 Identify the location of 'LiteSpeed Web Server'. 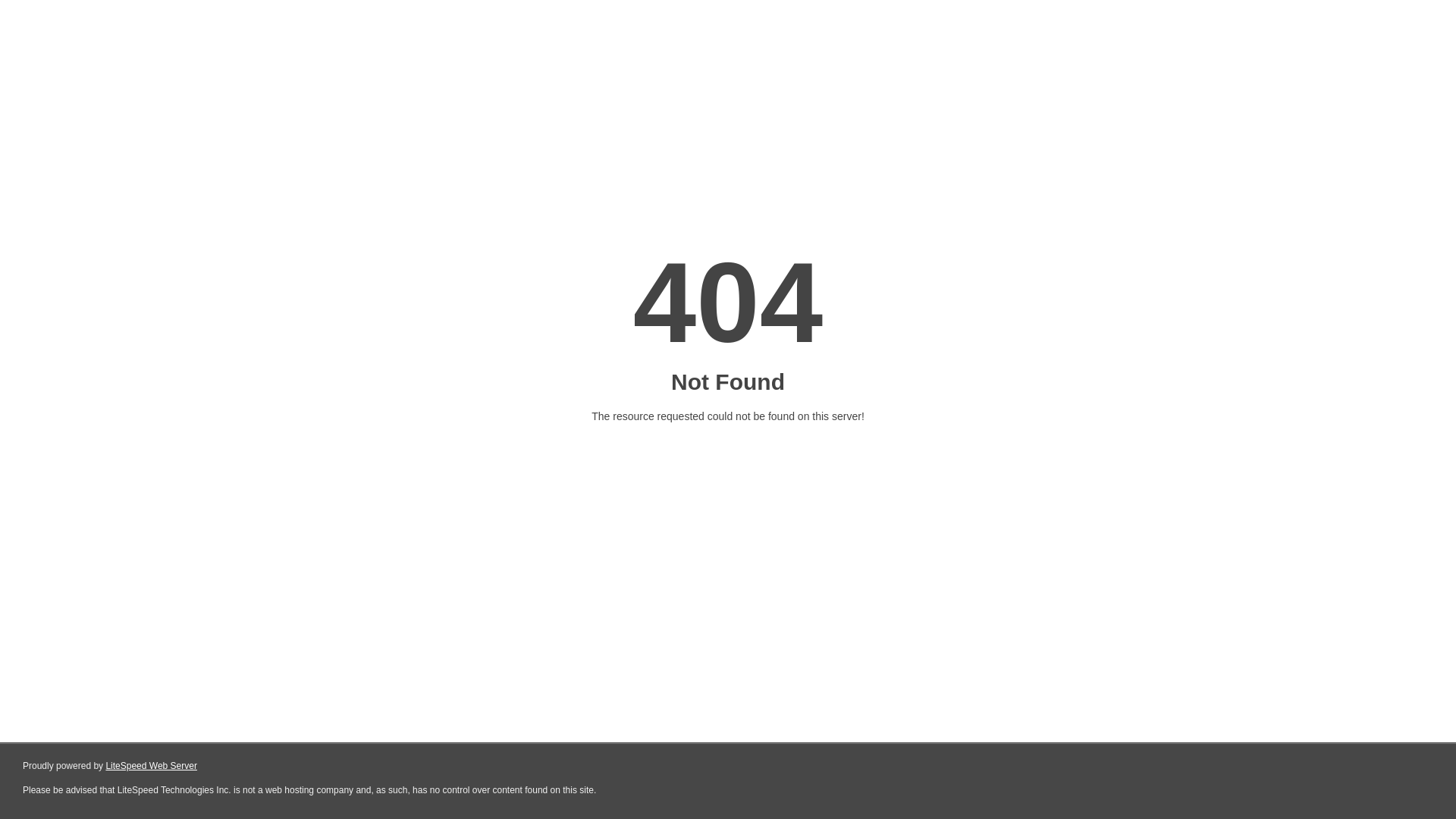
(151, 766).